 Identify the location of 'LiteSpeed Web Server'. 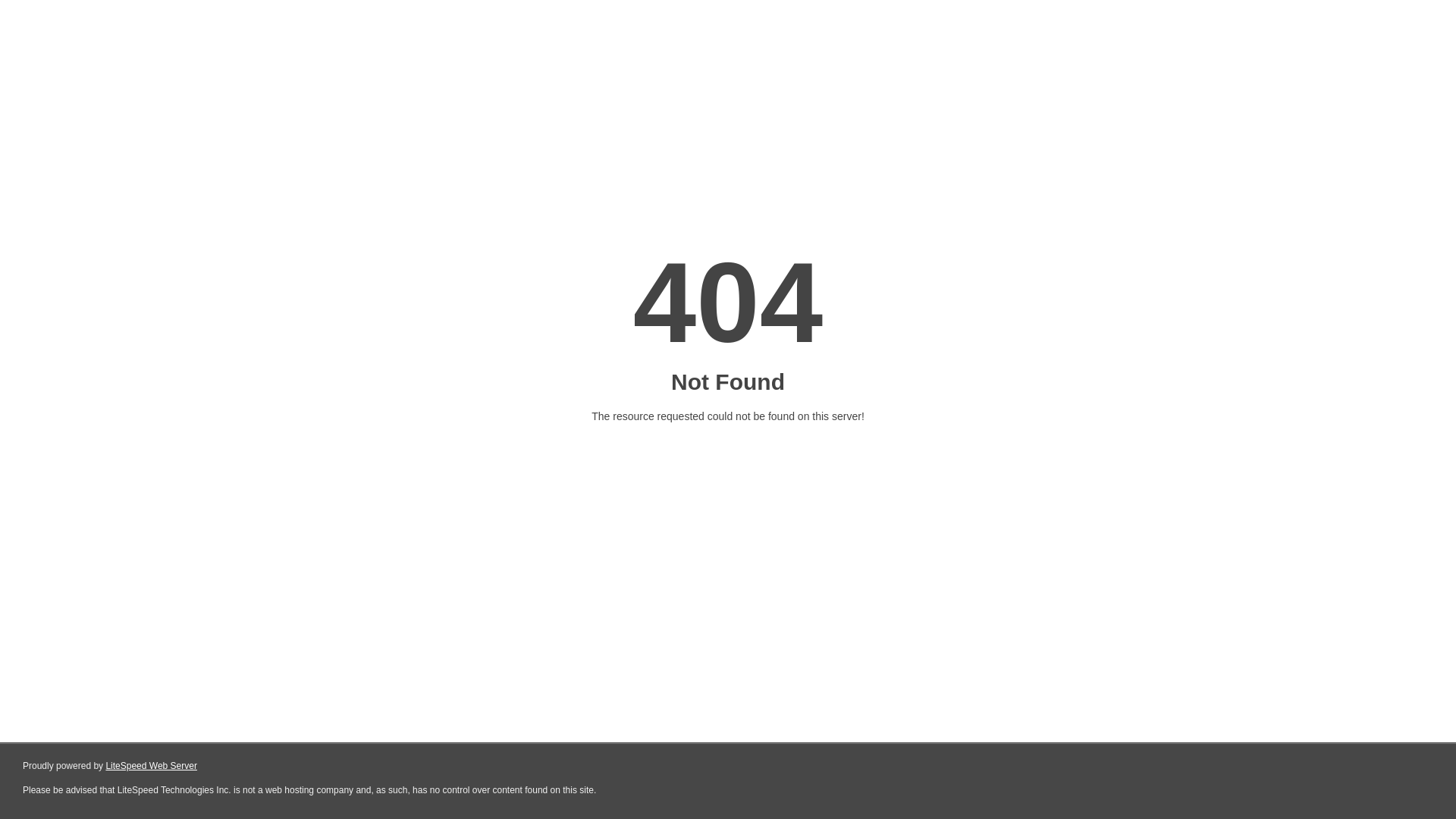
(151, 766).